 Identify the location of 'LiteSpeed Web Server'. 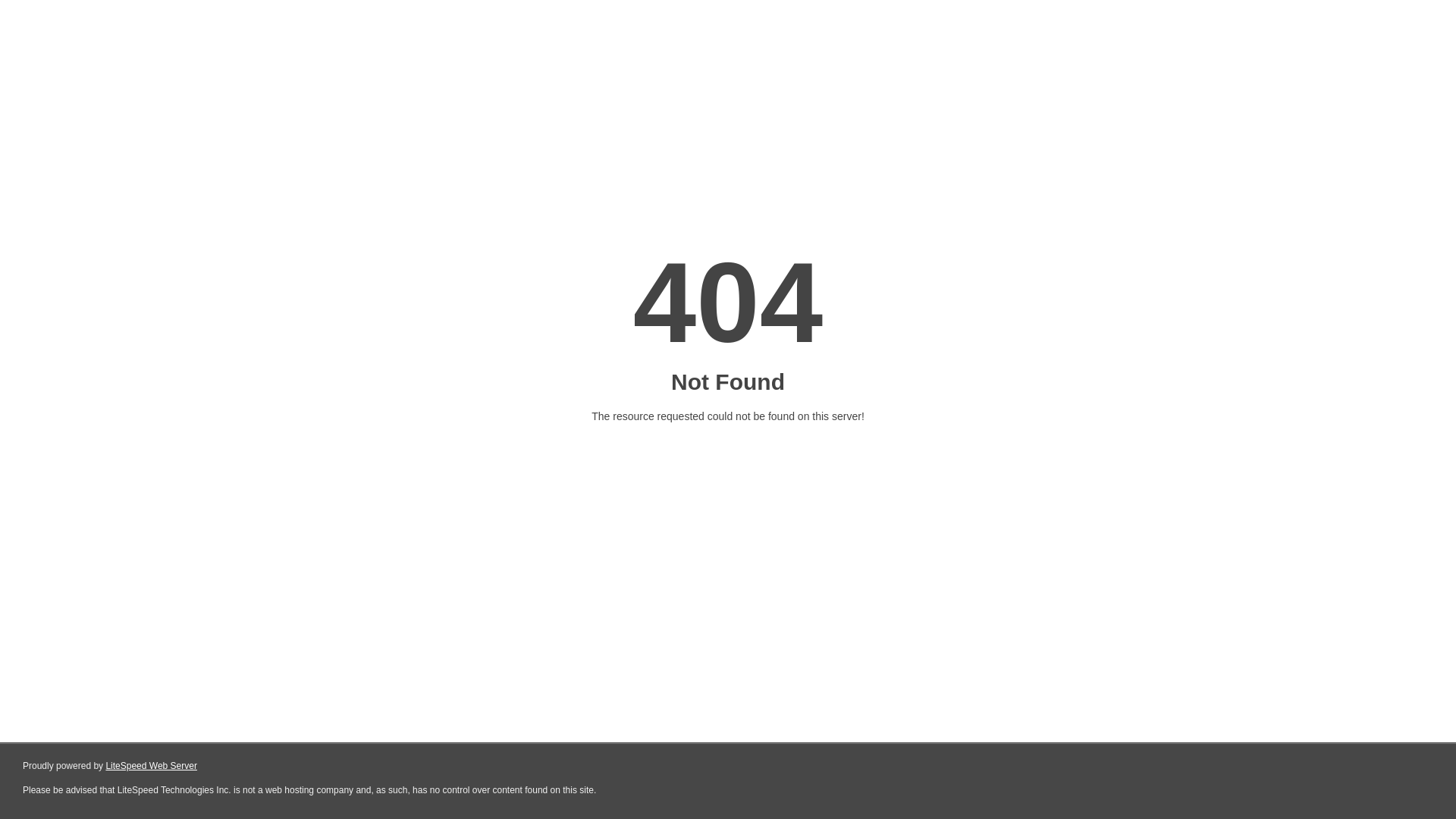
(151, 766).